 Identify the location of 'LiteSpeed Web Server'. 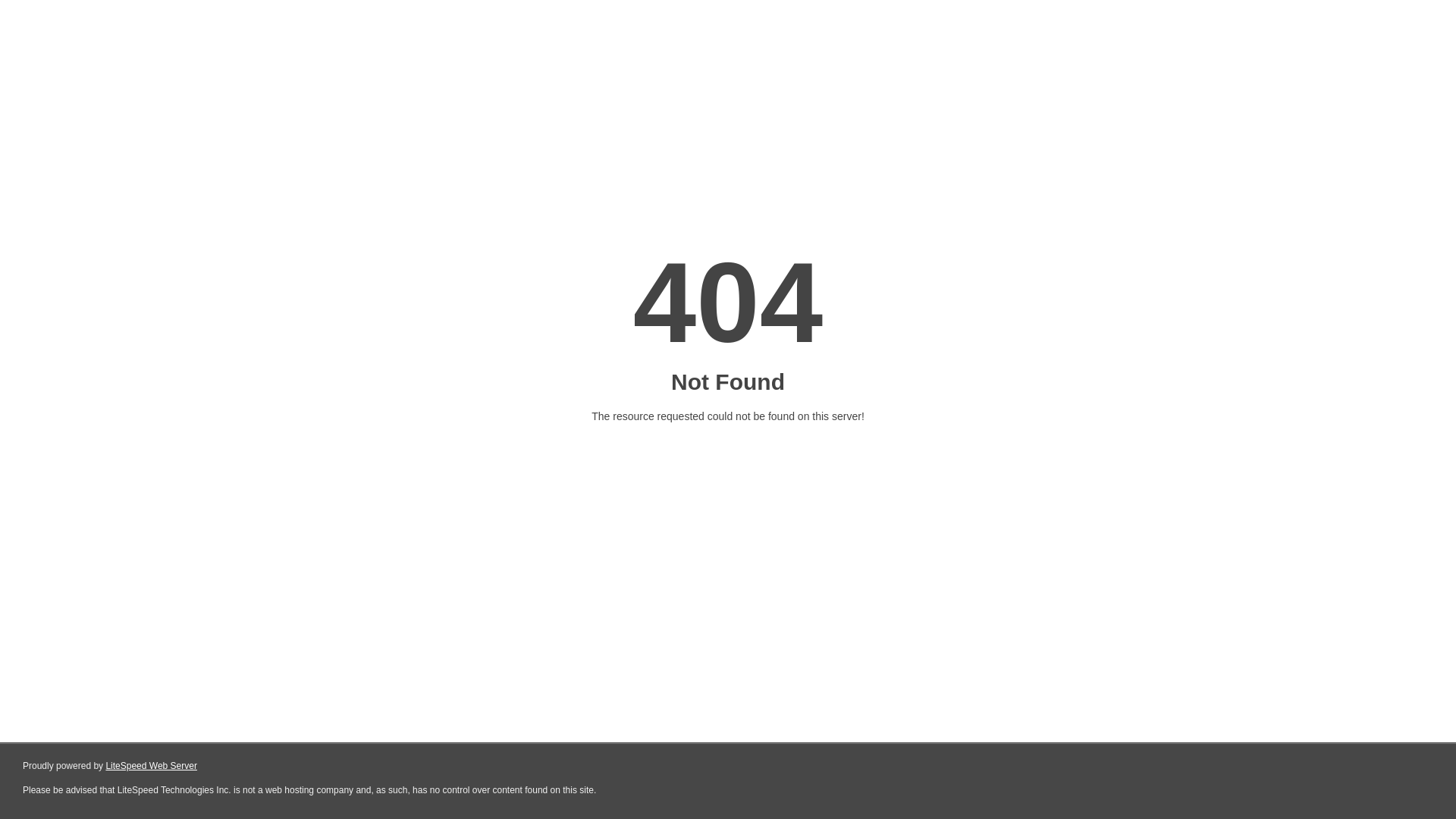
(151, 766).